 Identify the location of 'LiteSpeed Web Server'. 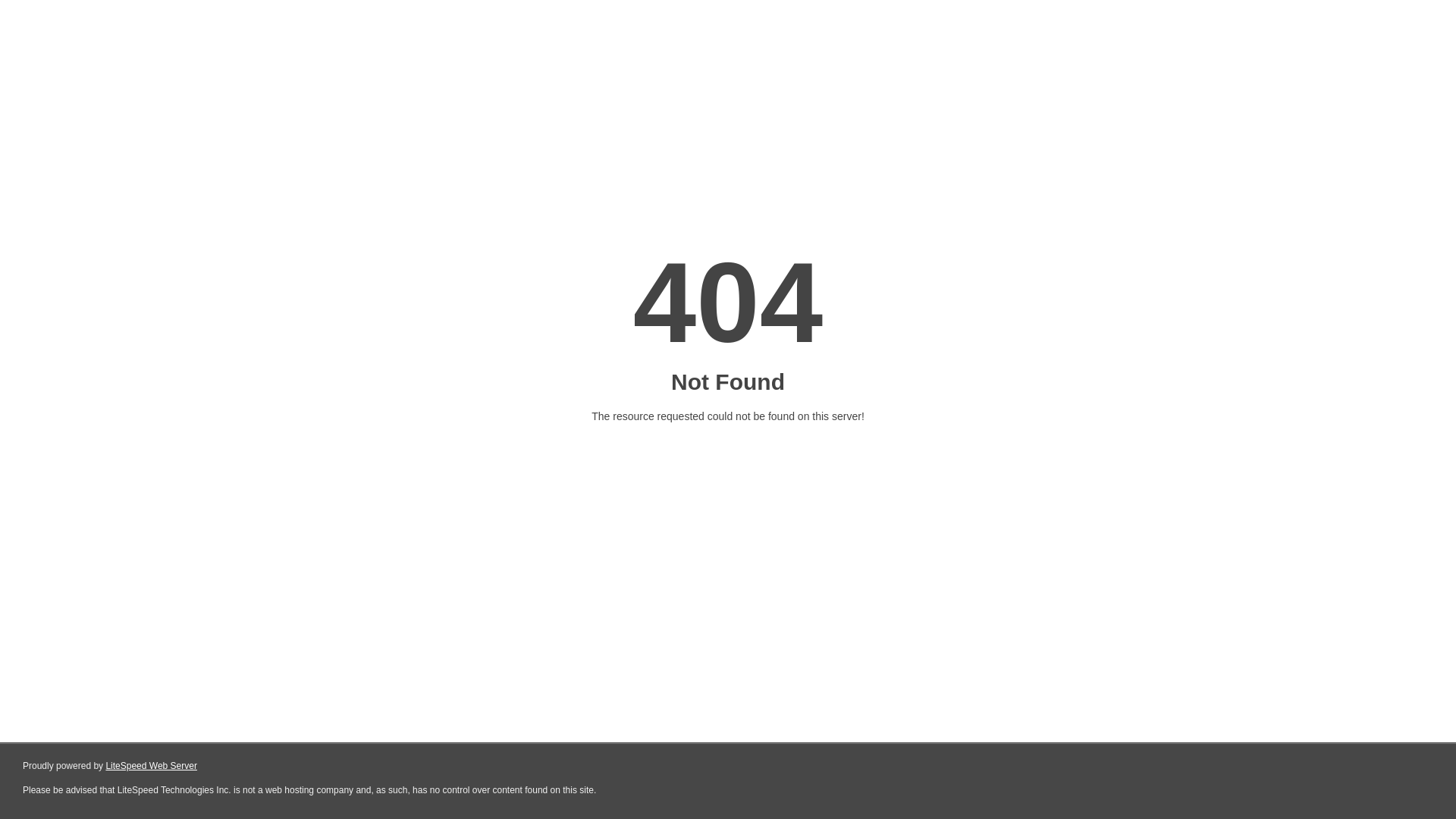
(151, 766).